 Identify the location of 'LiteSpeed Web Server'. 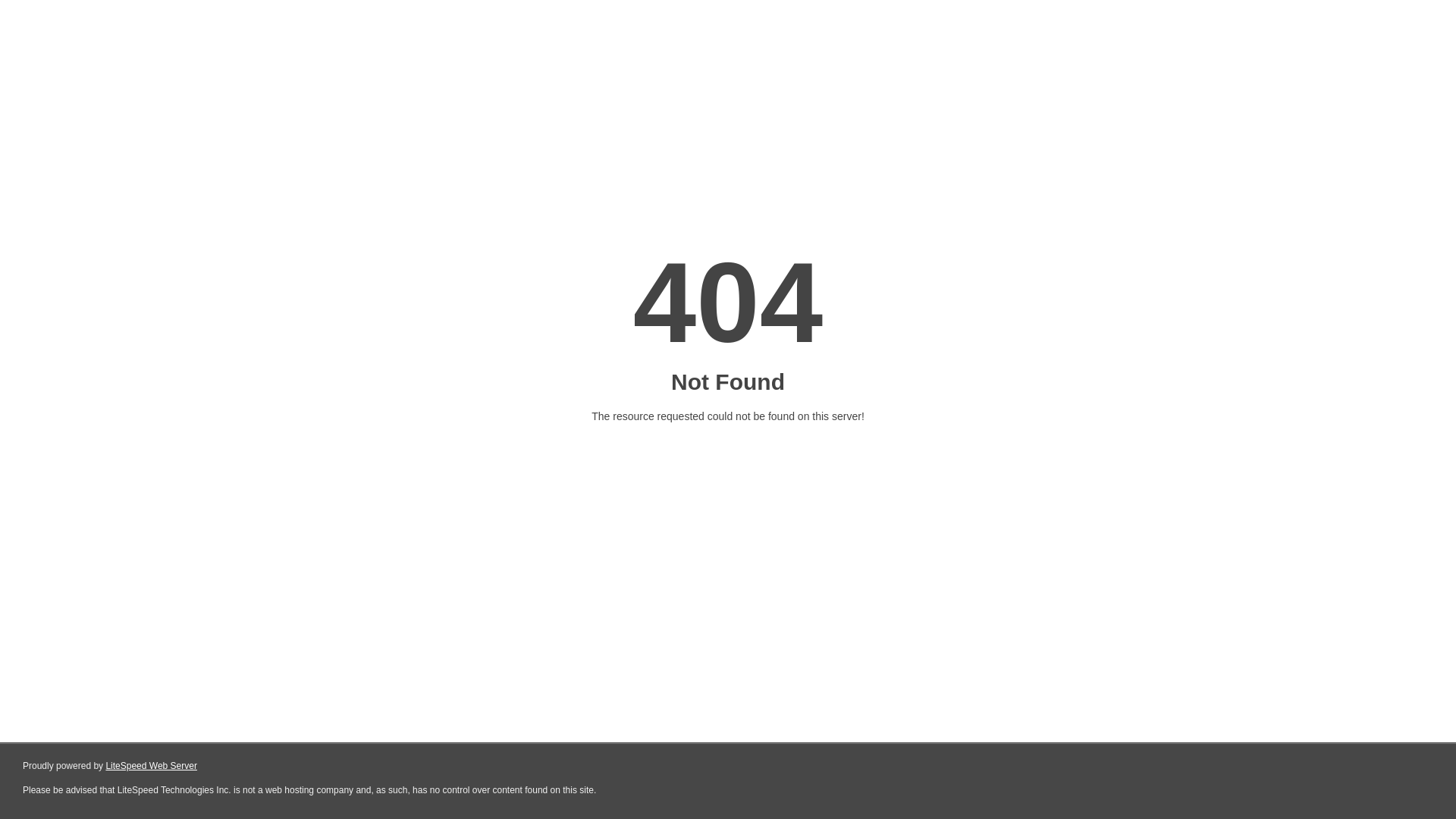
(151, 766).